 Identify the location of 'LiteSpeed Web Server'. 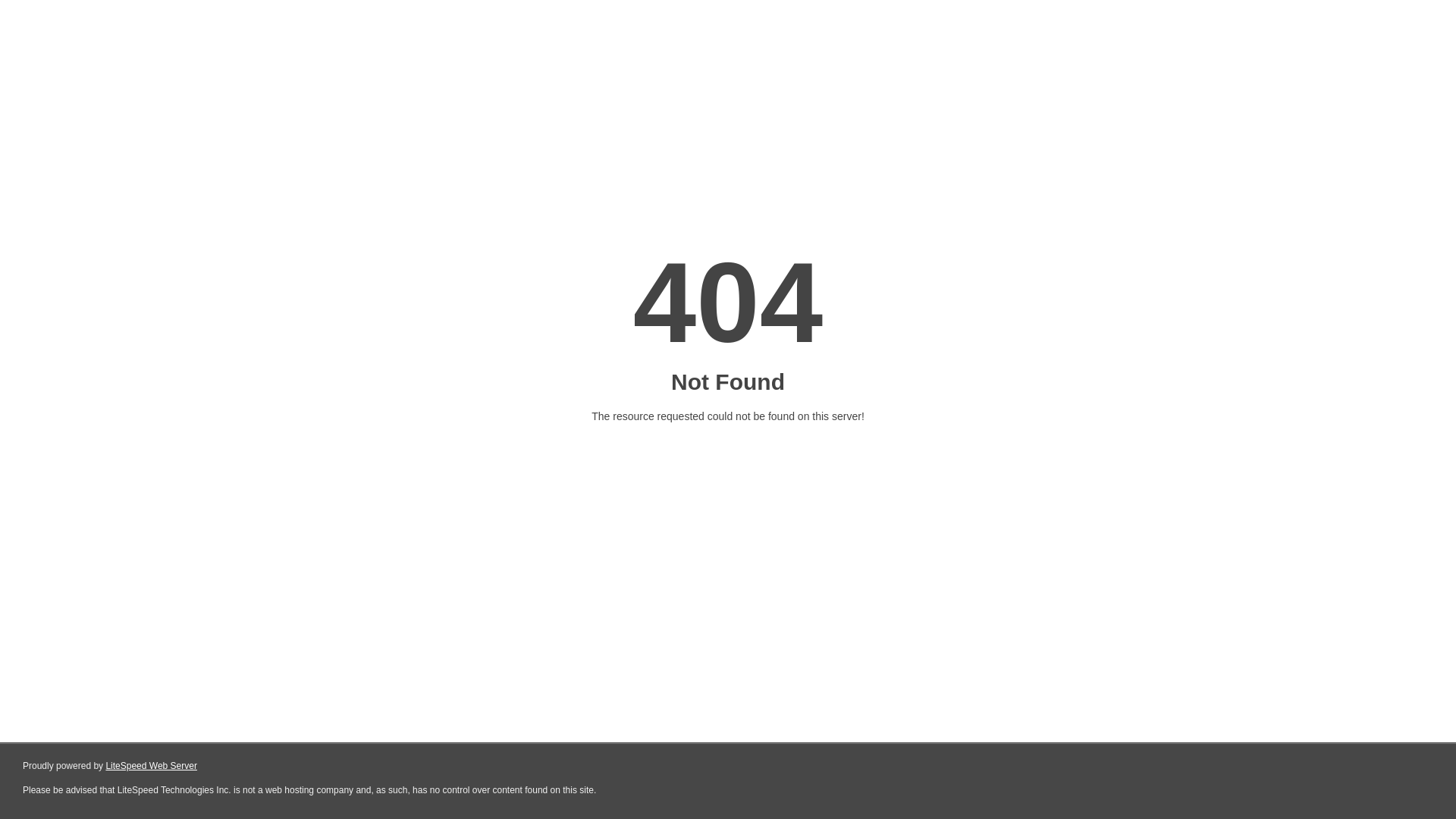
(151, 766).